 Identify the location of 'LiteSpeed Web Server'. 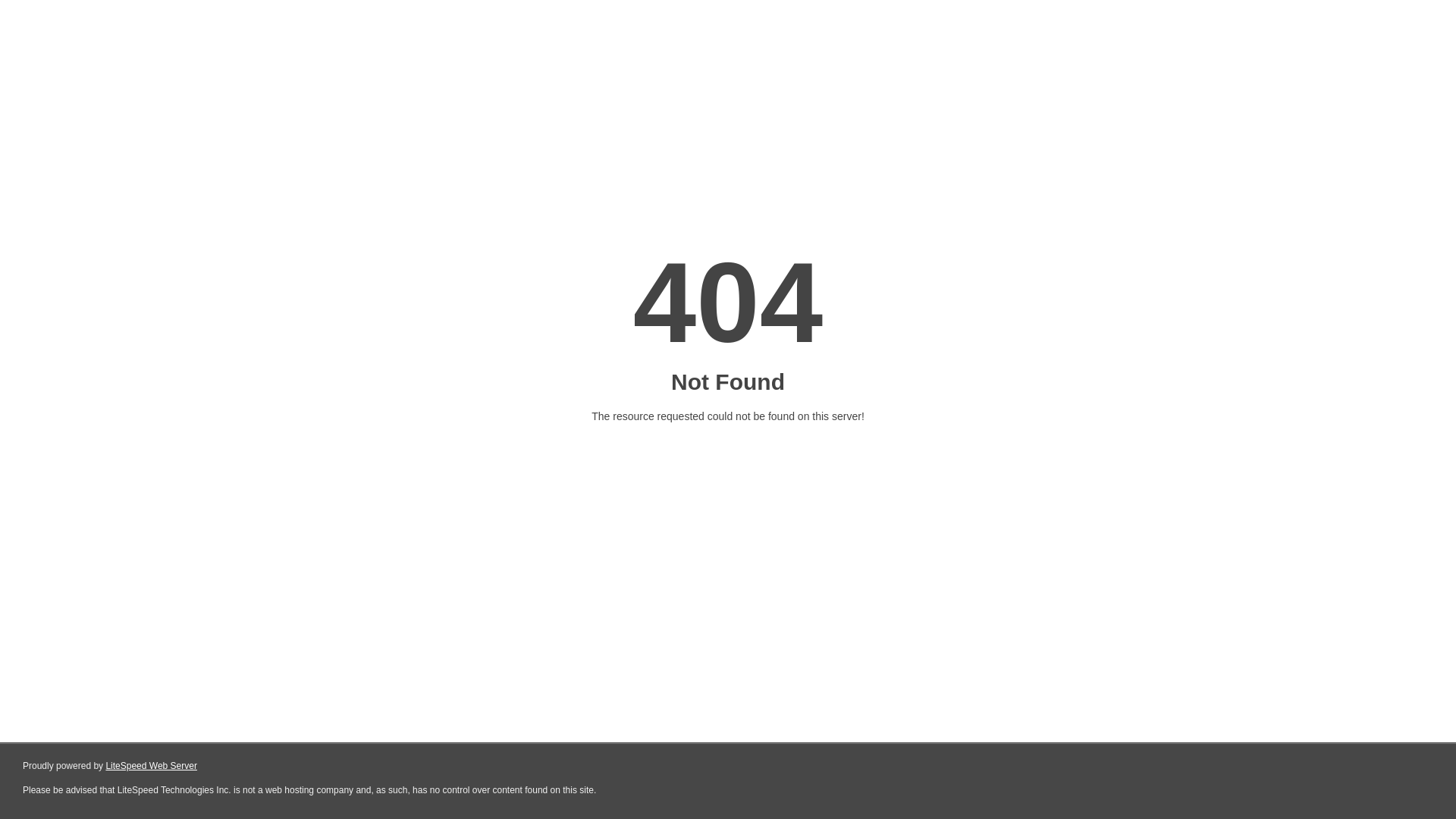
(151, 766).